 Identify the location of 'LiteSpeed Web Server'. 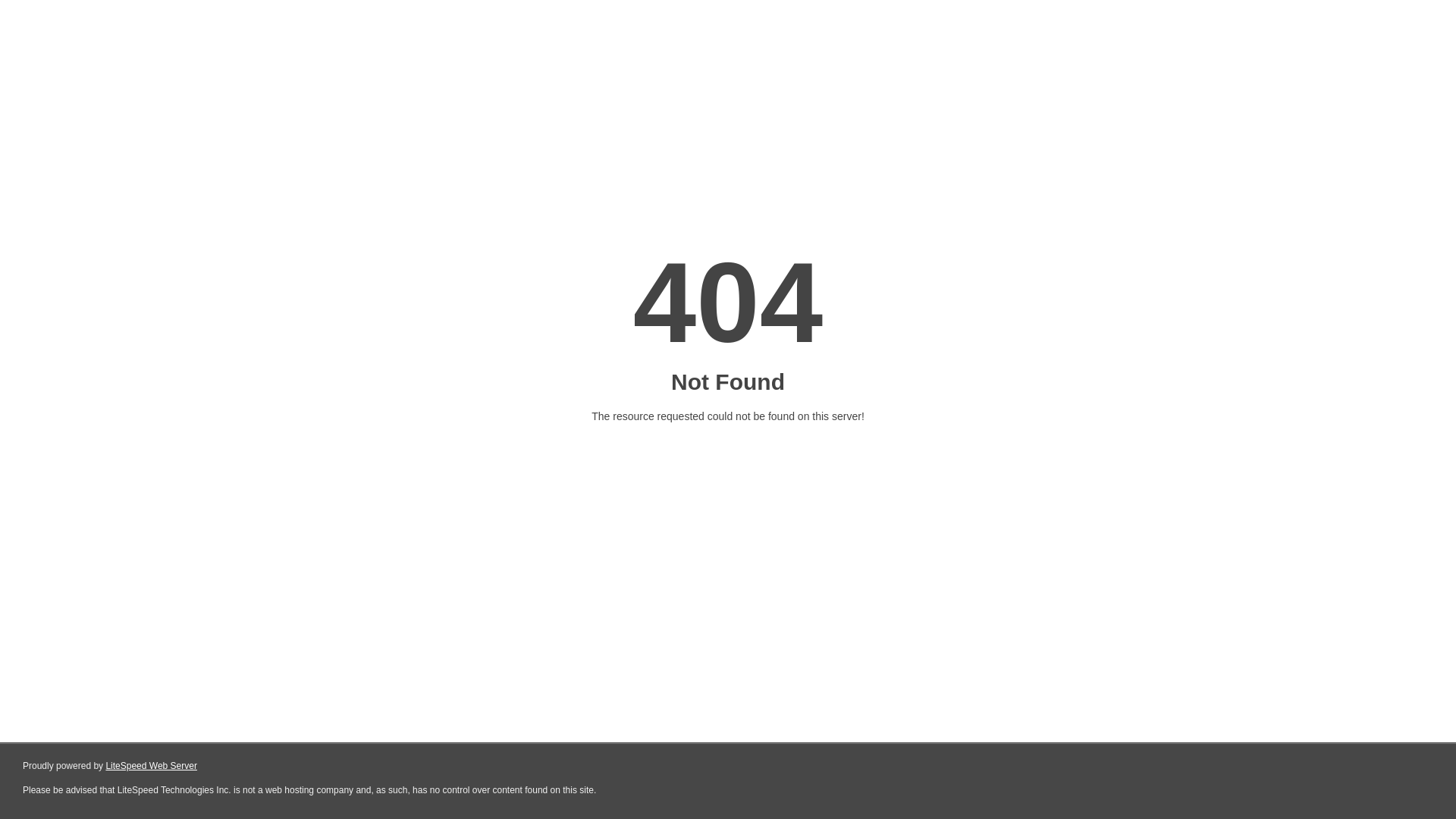
(151, 766).